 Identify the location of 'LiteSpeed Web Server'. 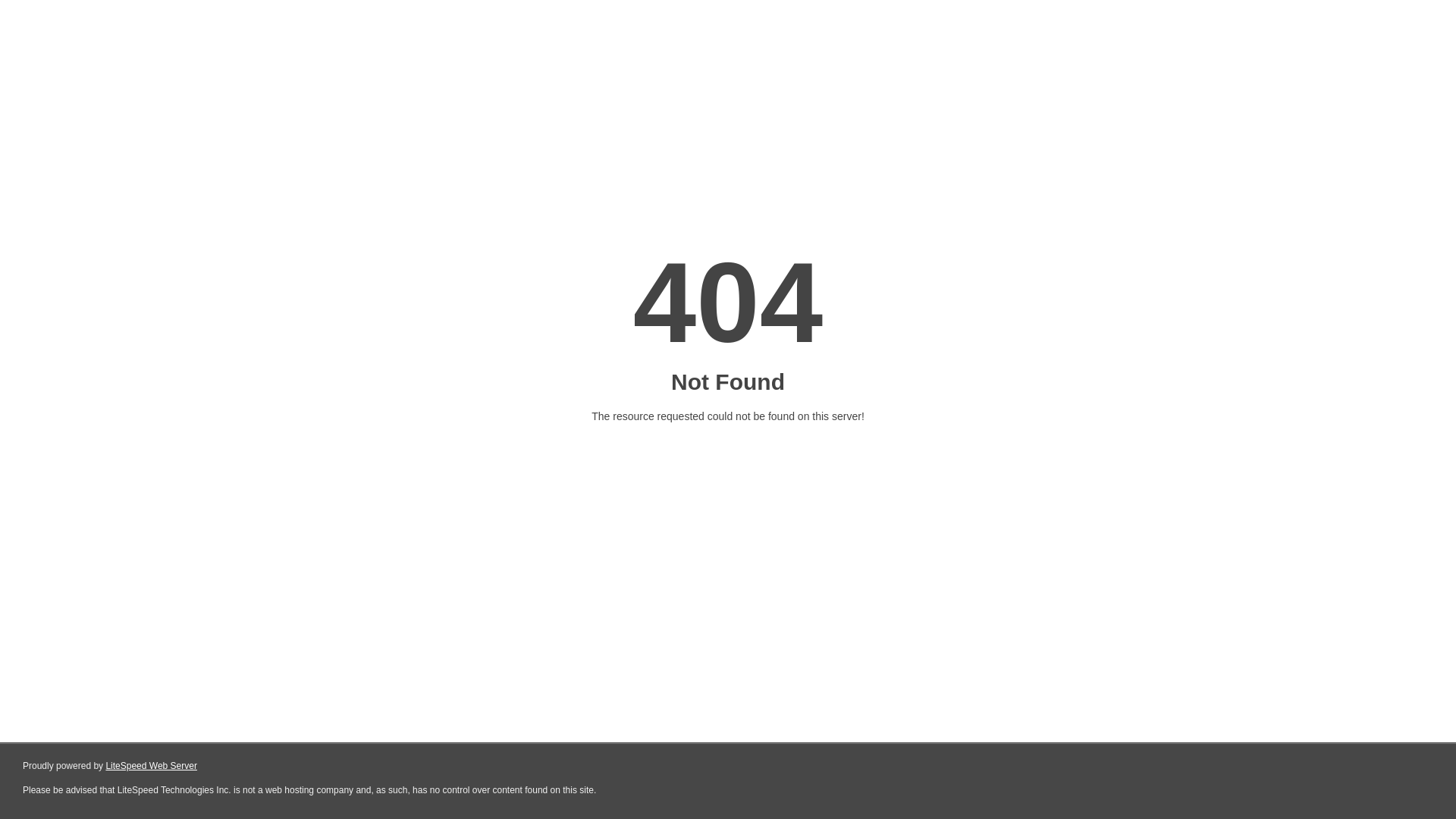
(151, 766).